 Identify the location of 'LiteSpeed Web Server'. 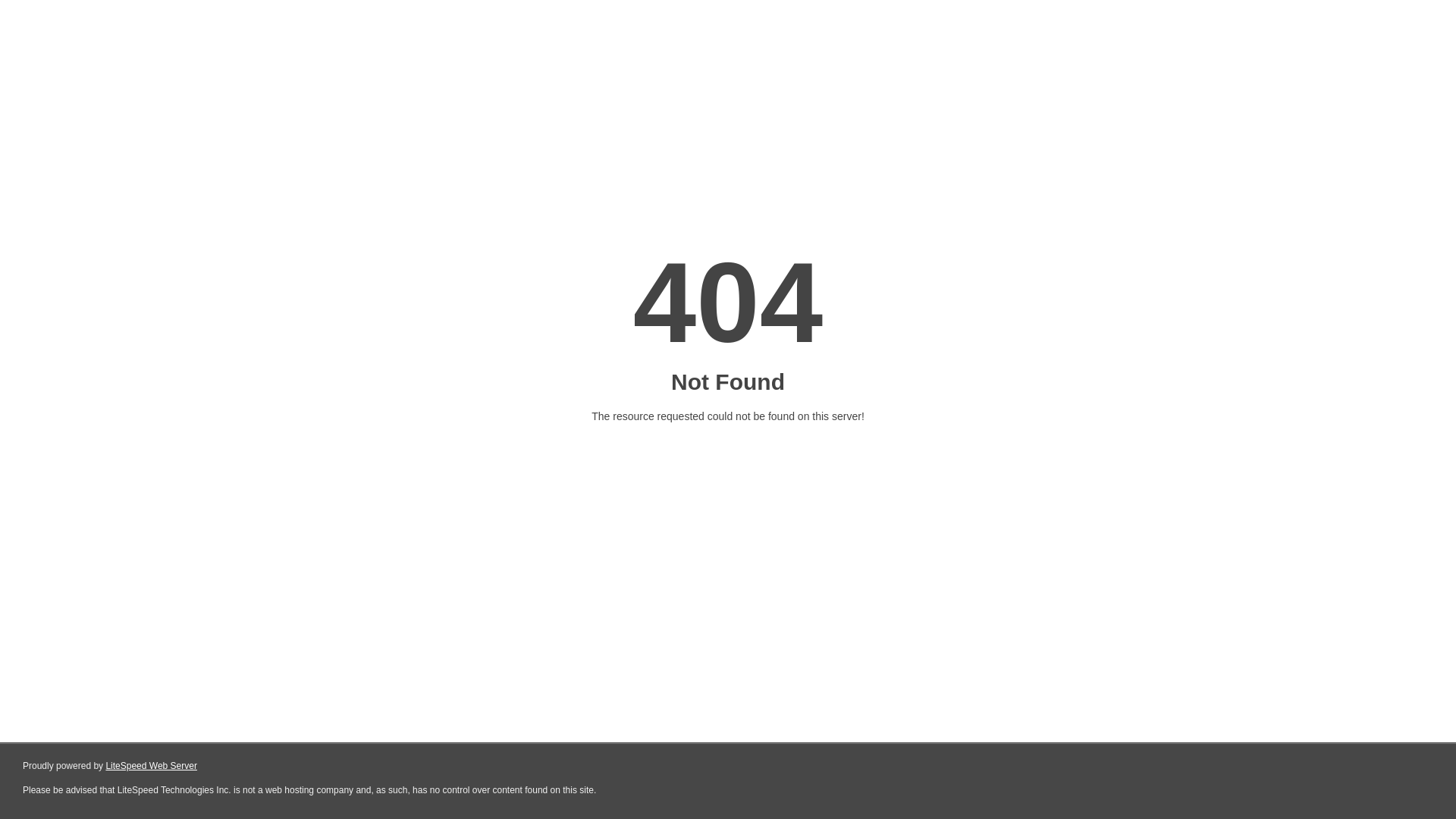
(151, 766).